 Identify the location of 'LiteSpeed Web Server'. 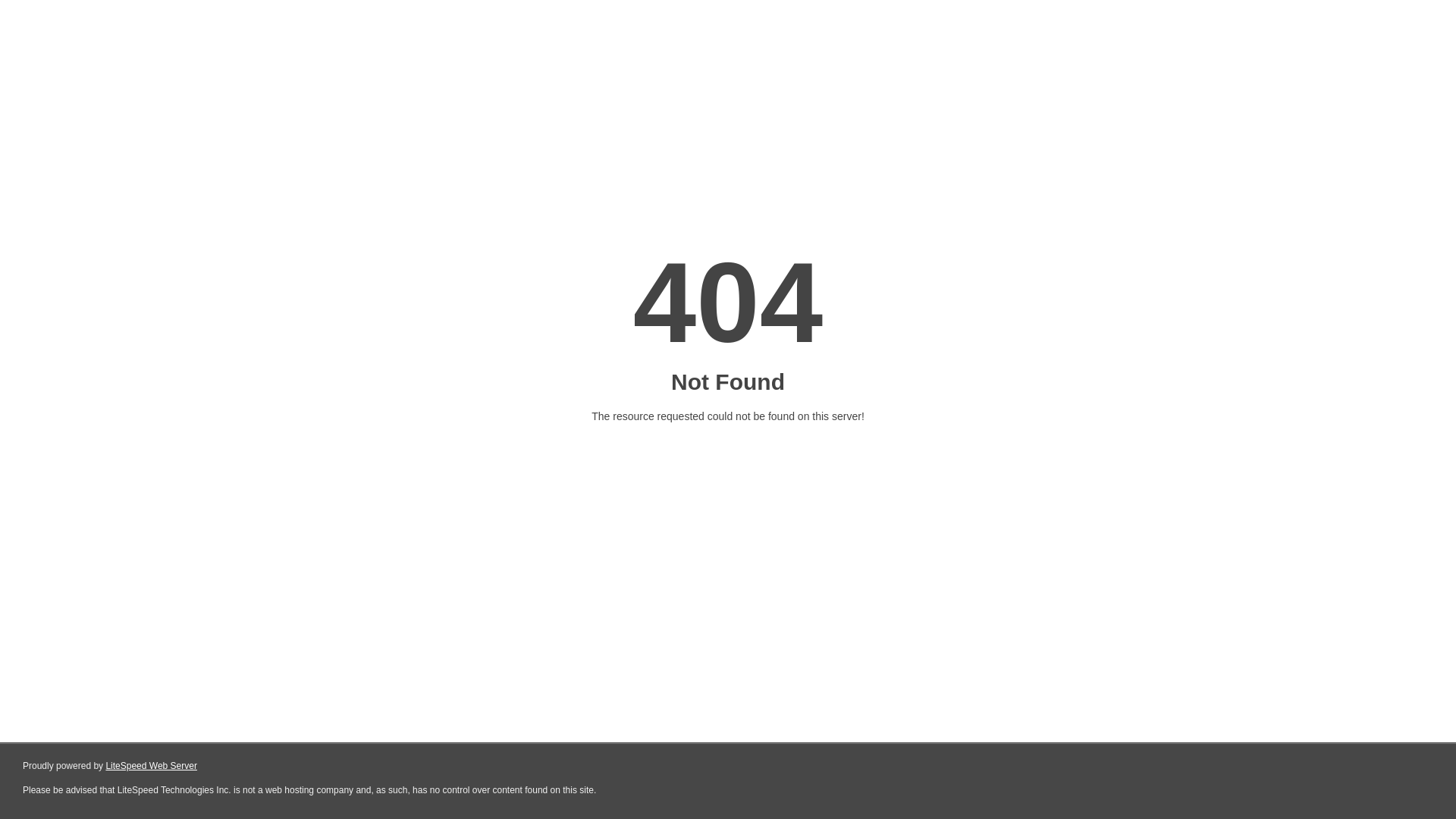
(151, 766).